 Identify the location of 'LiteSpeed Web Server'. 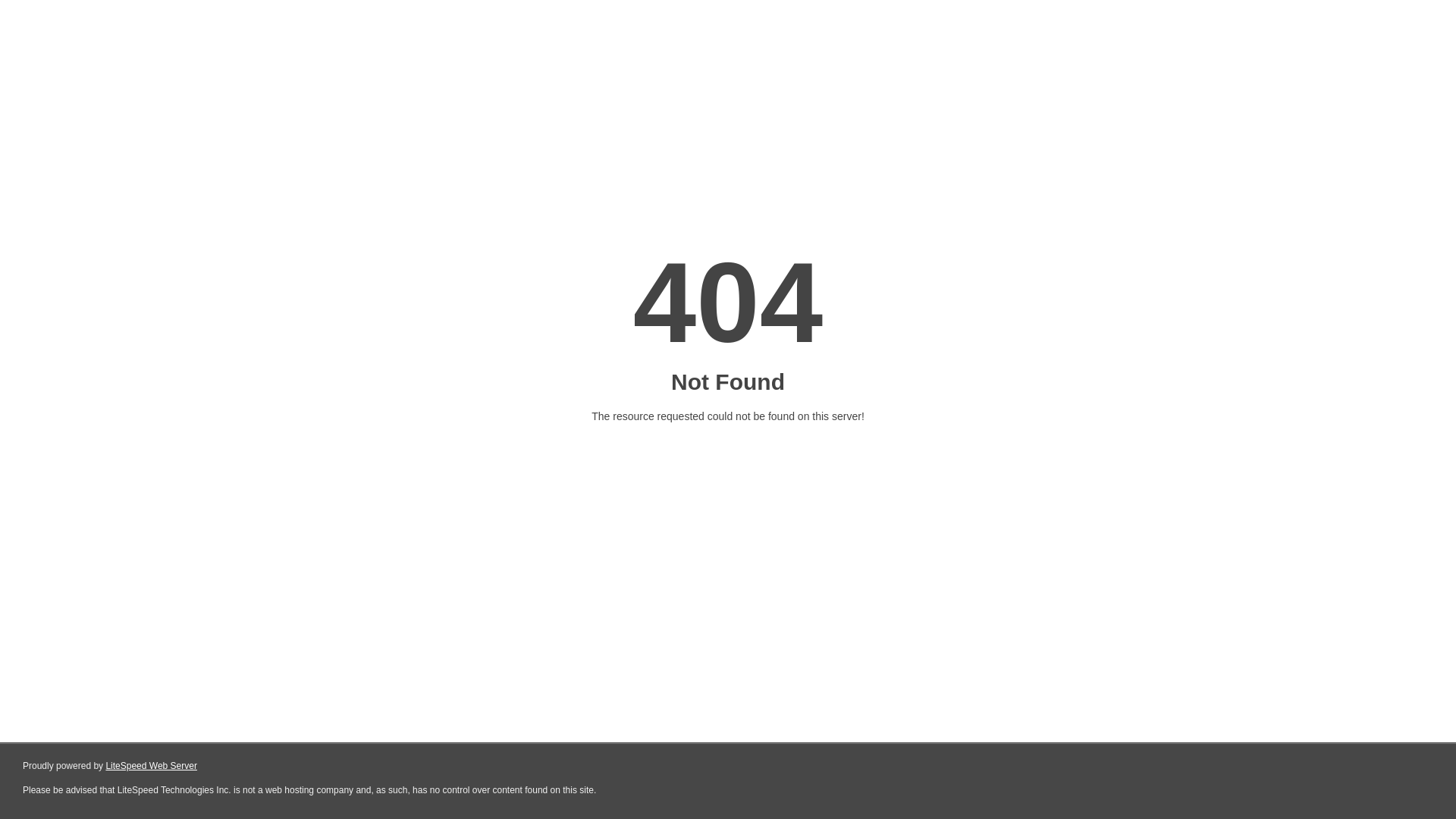
(151, 766).